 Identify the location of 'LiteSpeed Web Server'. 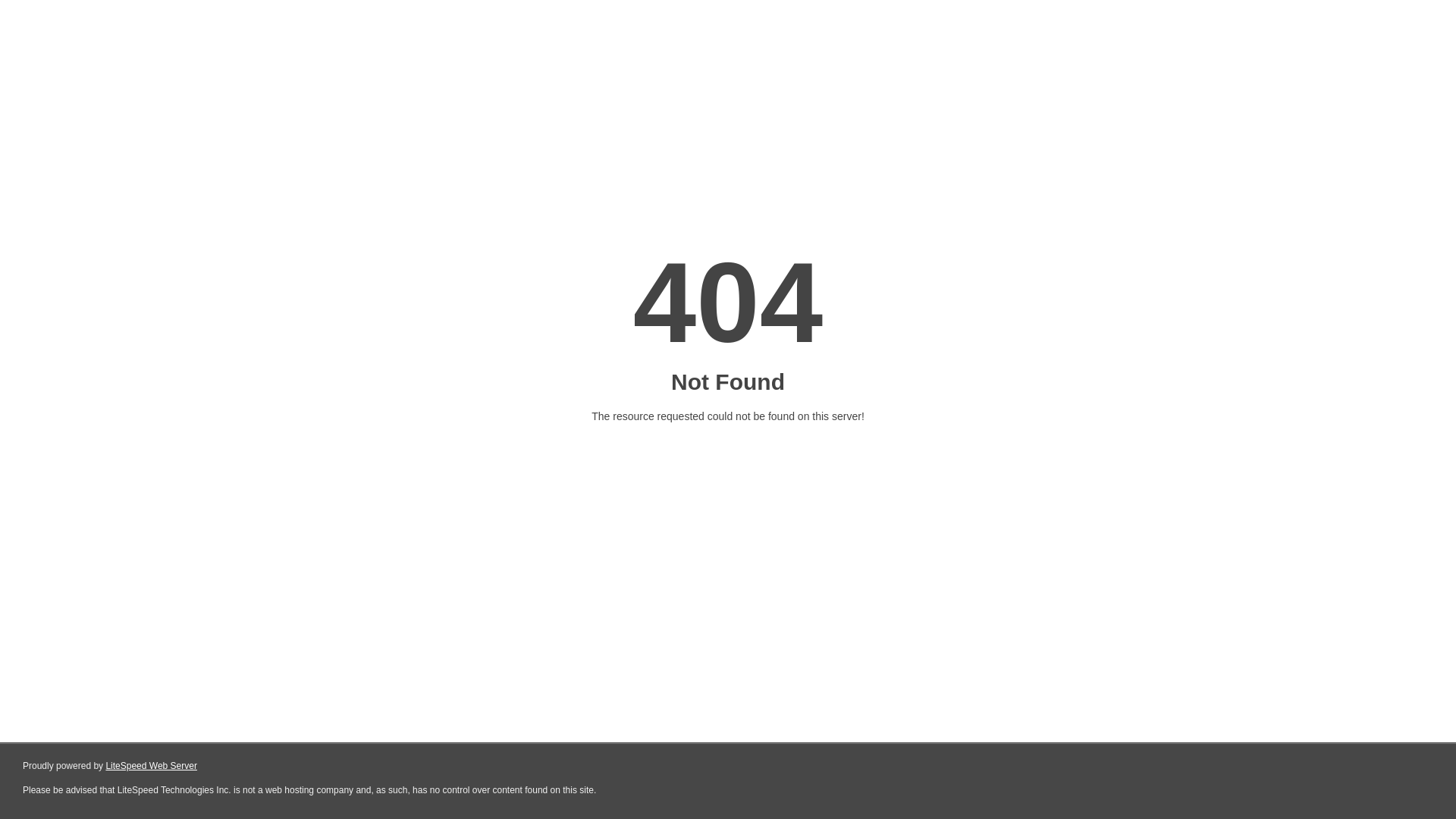
(151, 766).